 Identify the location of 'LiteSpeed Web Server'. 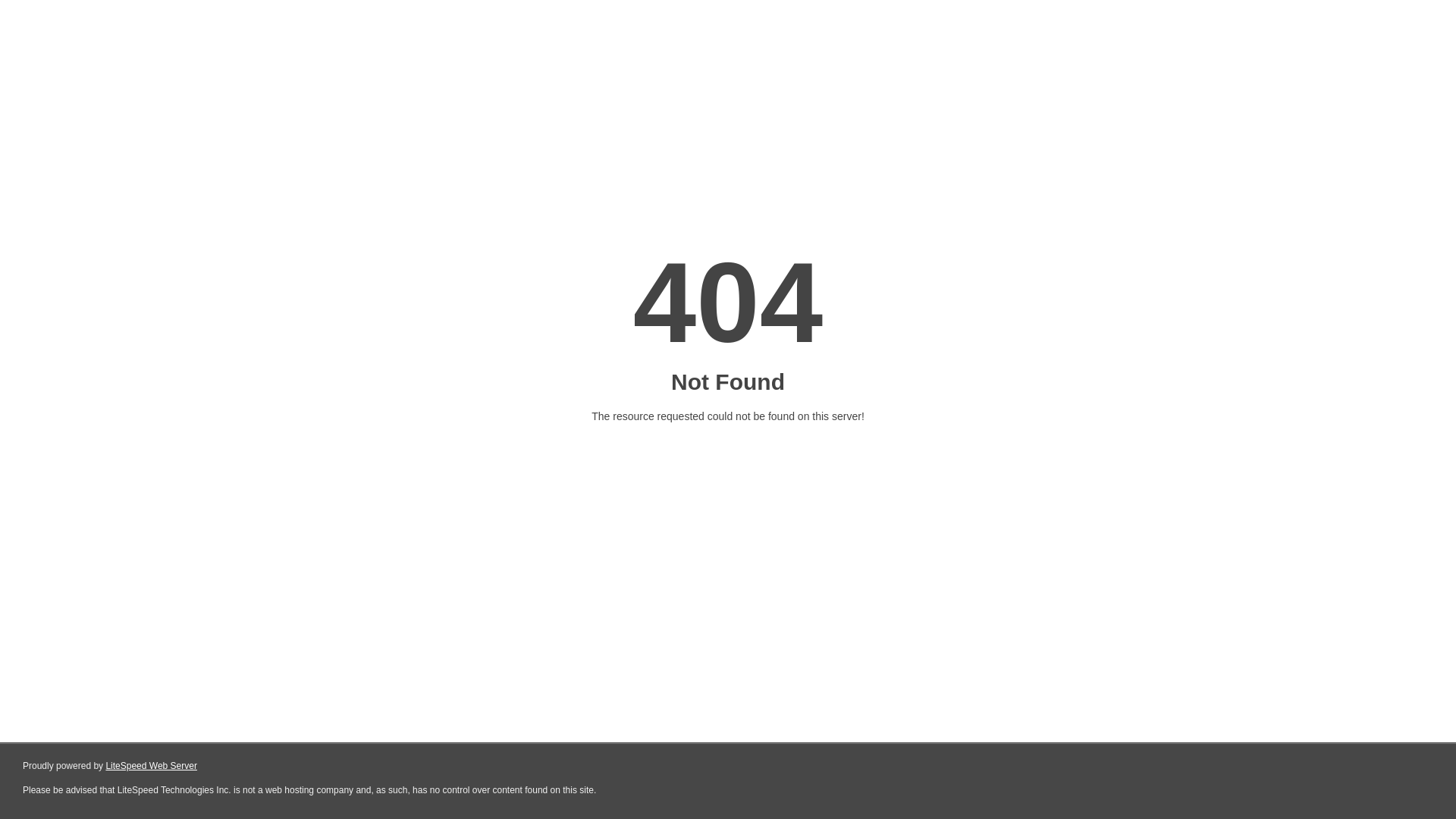
(151, 766).